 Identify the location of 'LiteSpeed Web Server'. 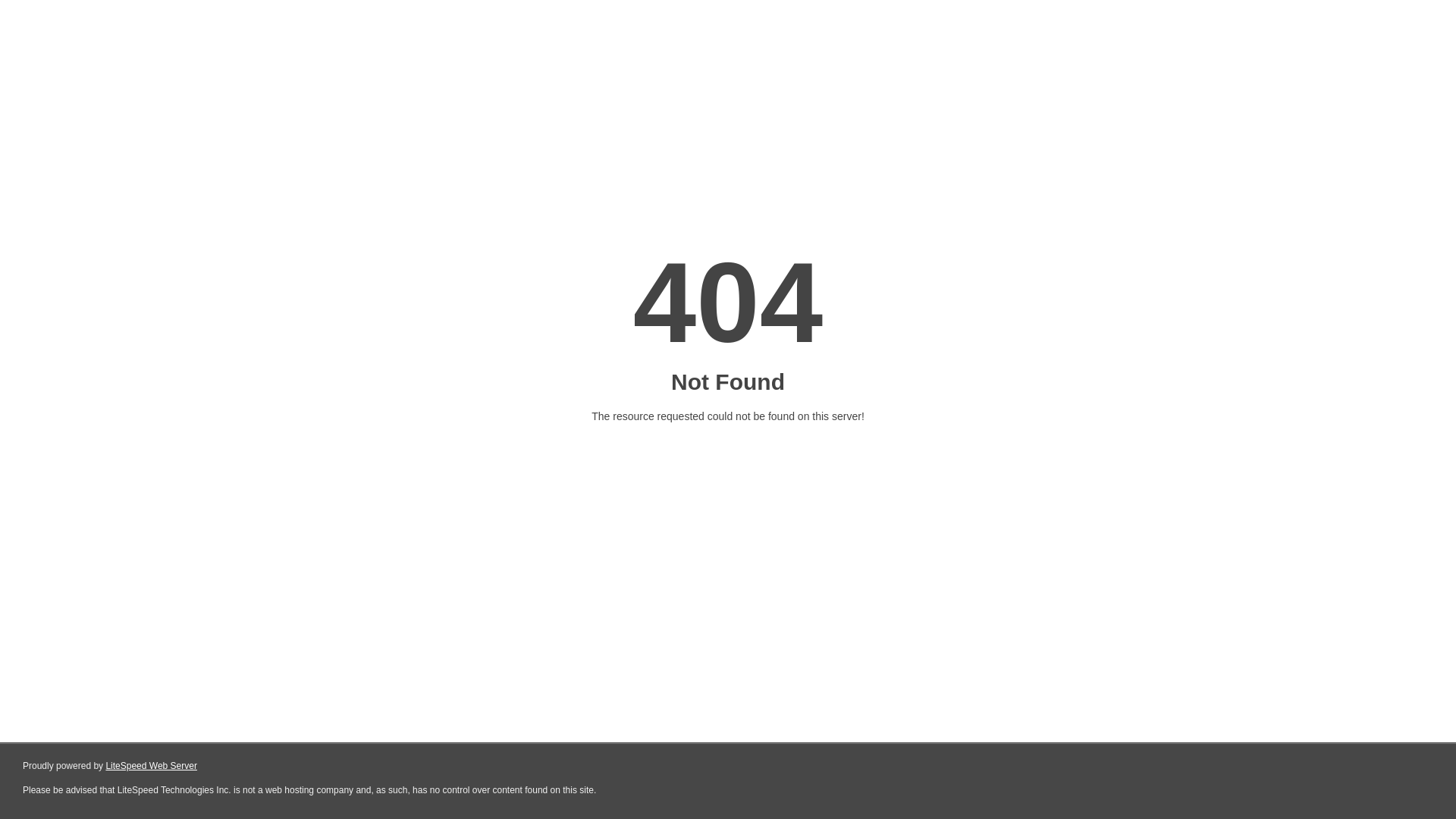
(151, 766).